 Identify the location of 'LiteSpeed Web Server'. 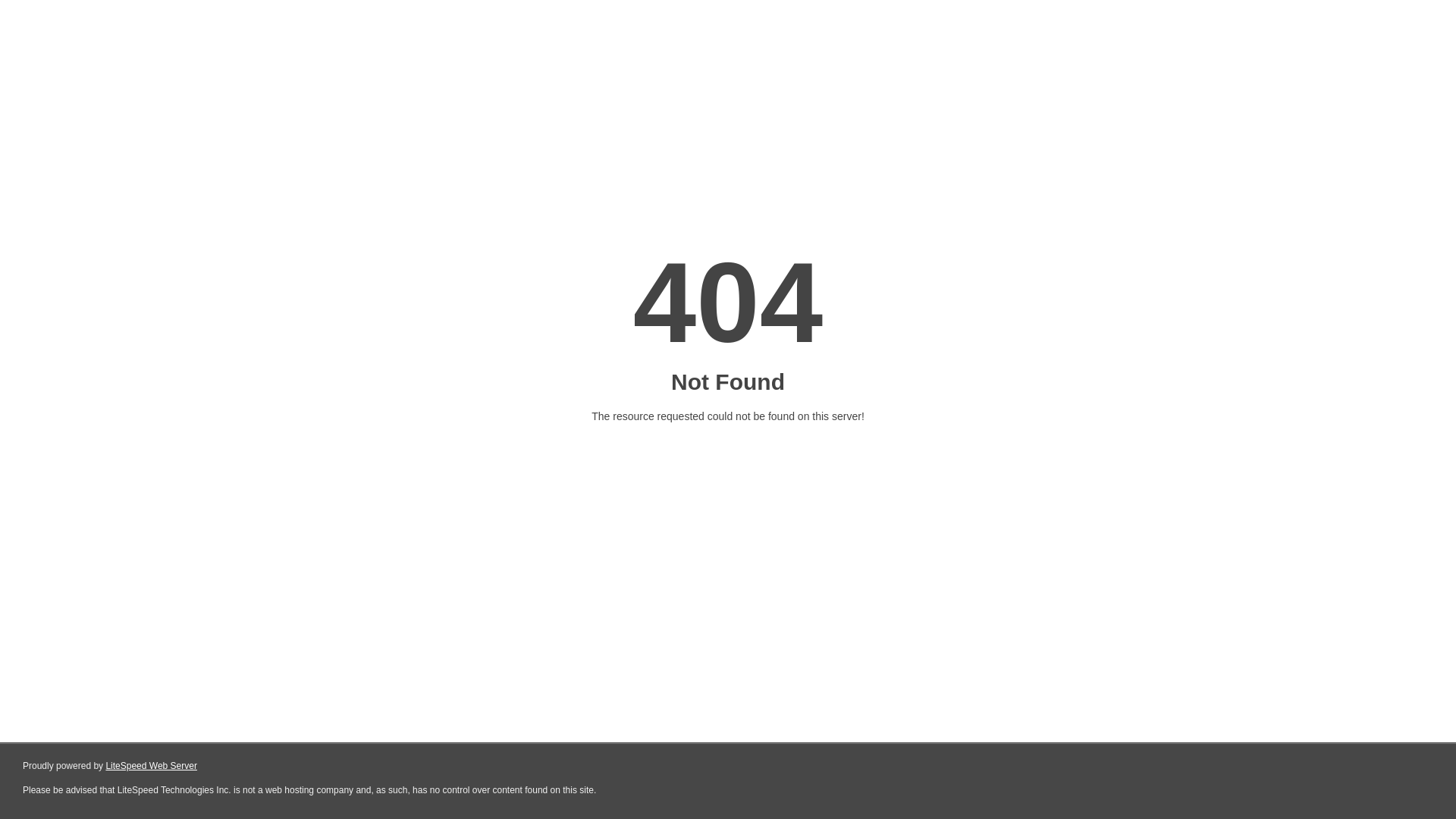
(151, 766).